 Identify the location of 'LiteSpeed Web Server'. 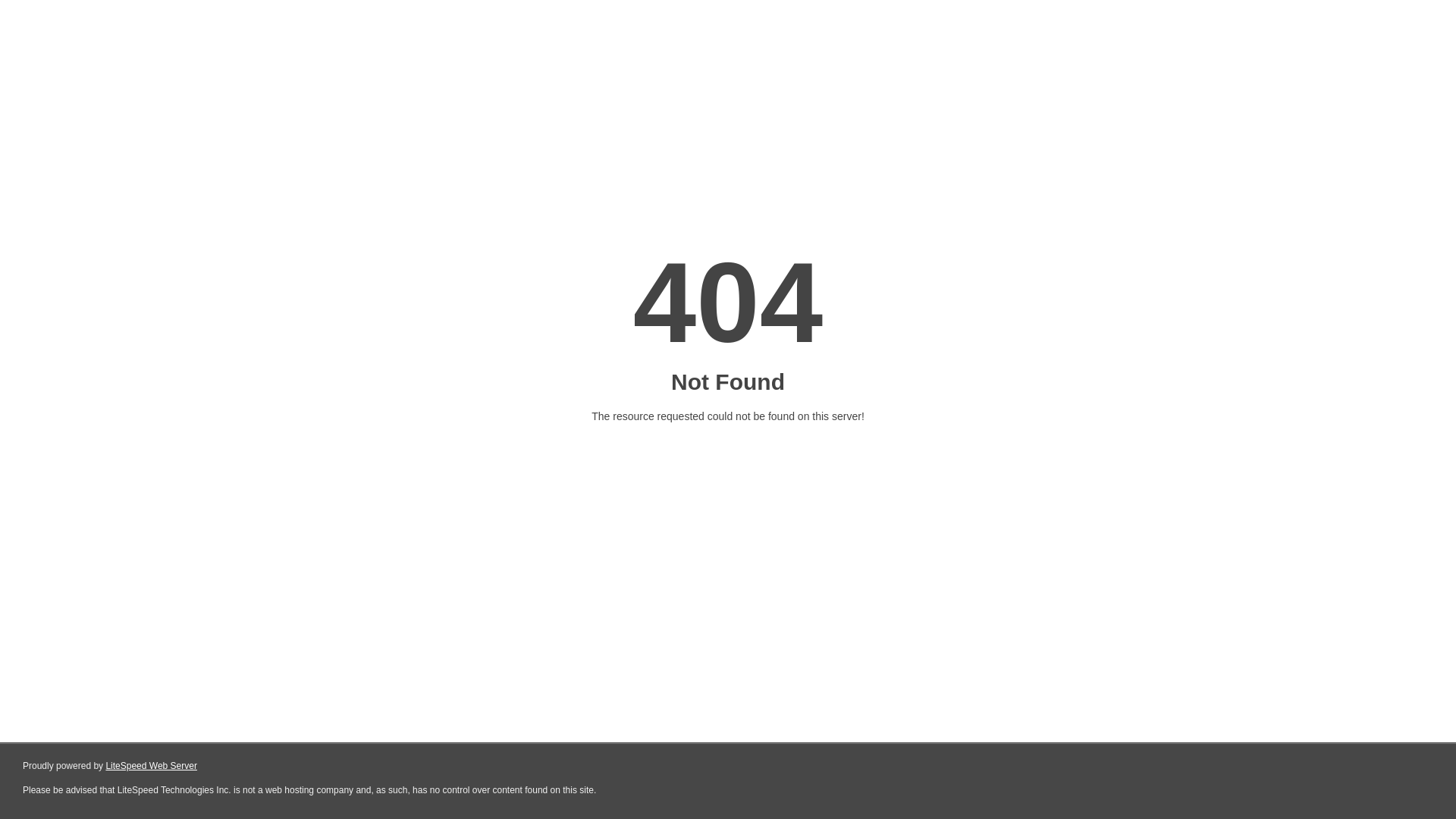
(151, 766).